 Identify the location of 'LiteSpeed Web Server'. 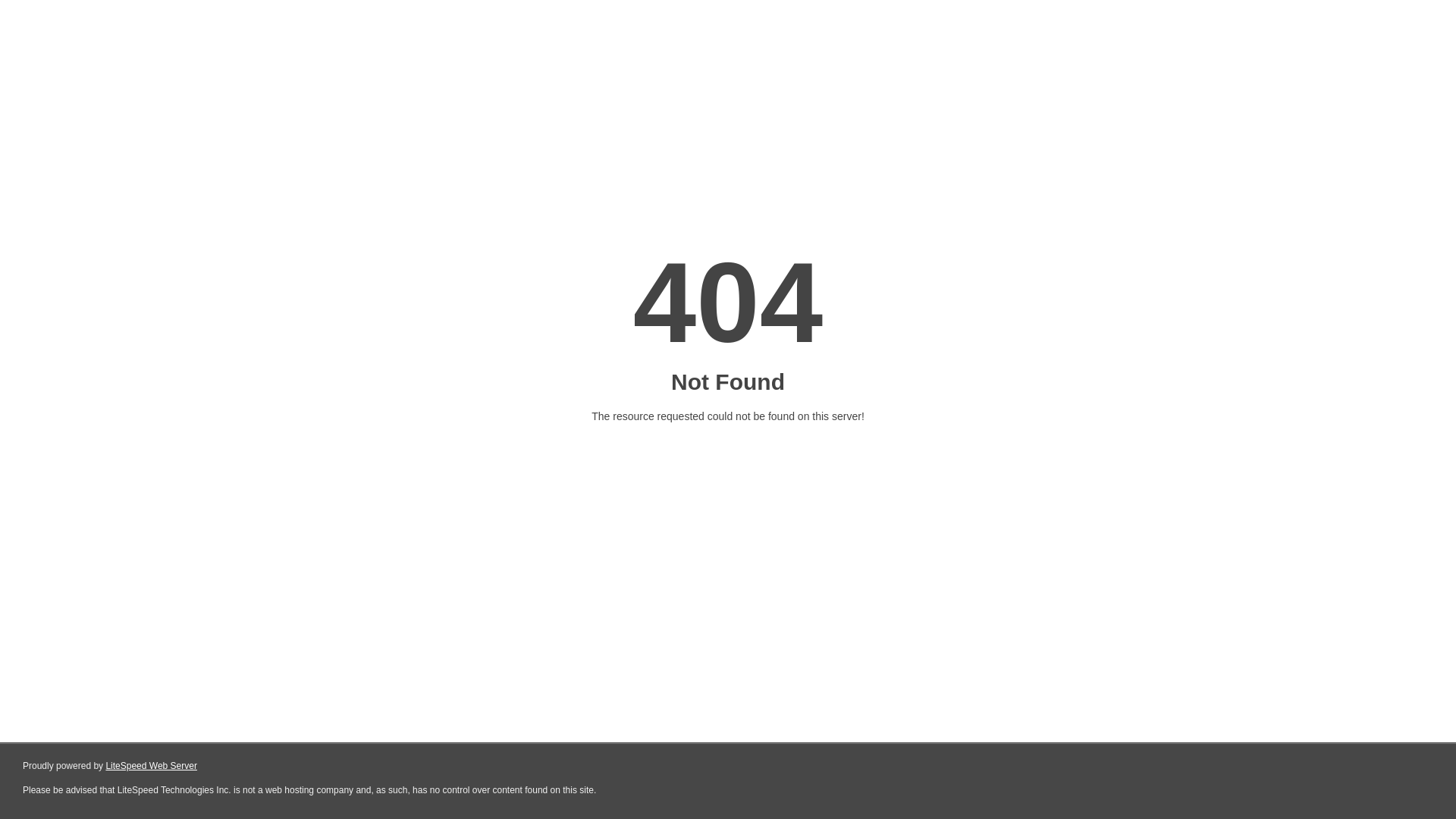
(151, 766).